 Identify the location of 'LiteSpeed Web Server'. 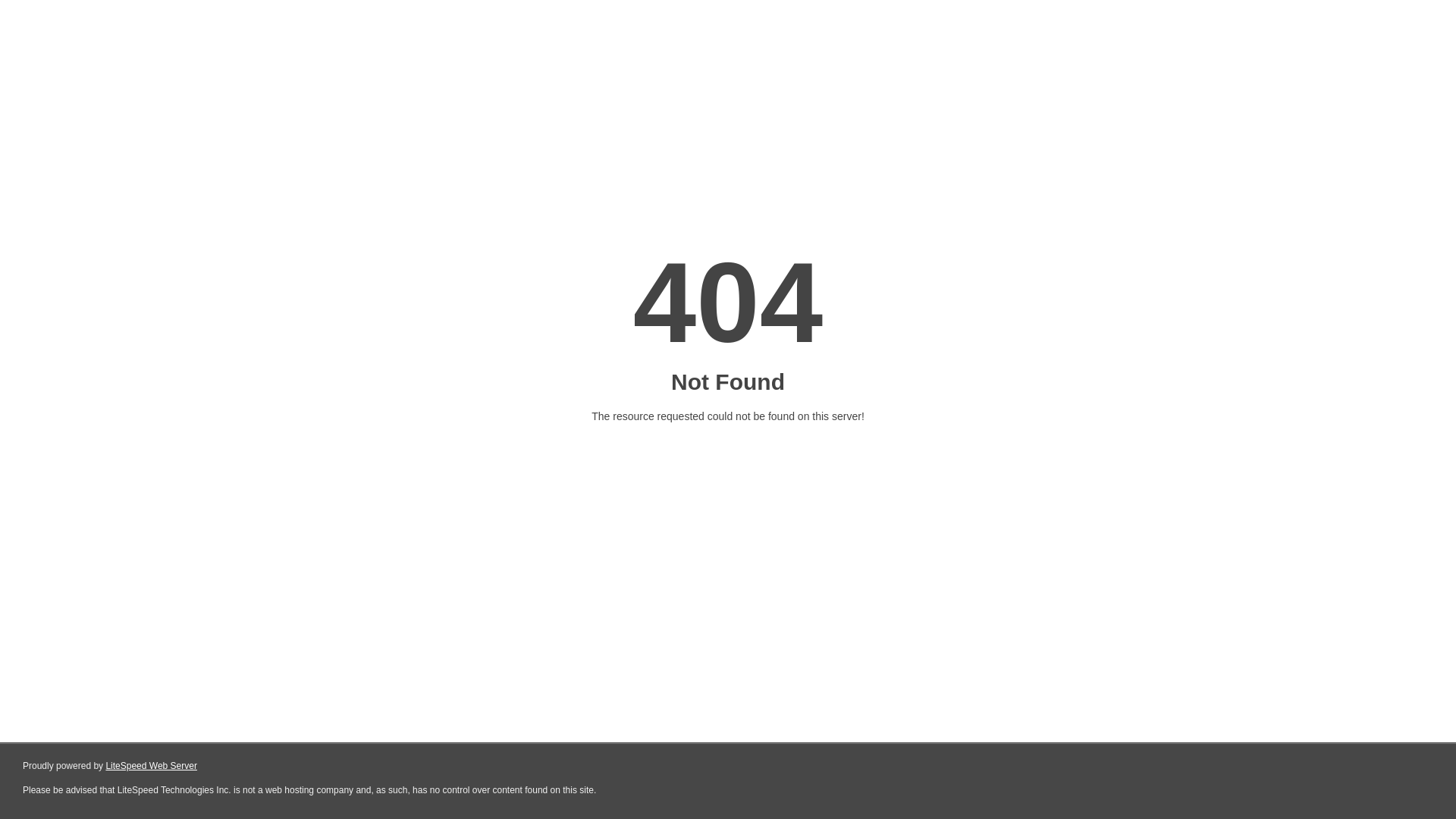
(151, 766).